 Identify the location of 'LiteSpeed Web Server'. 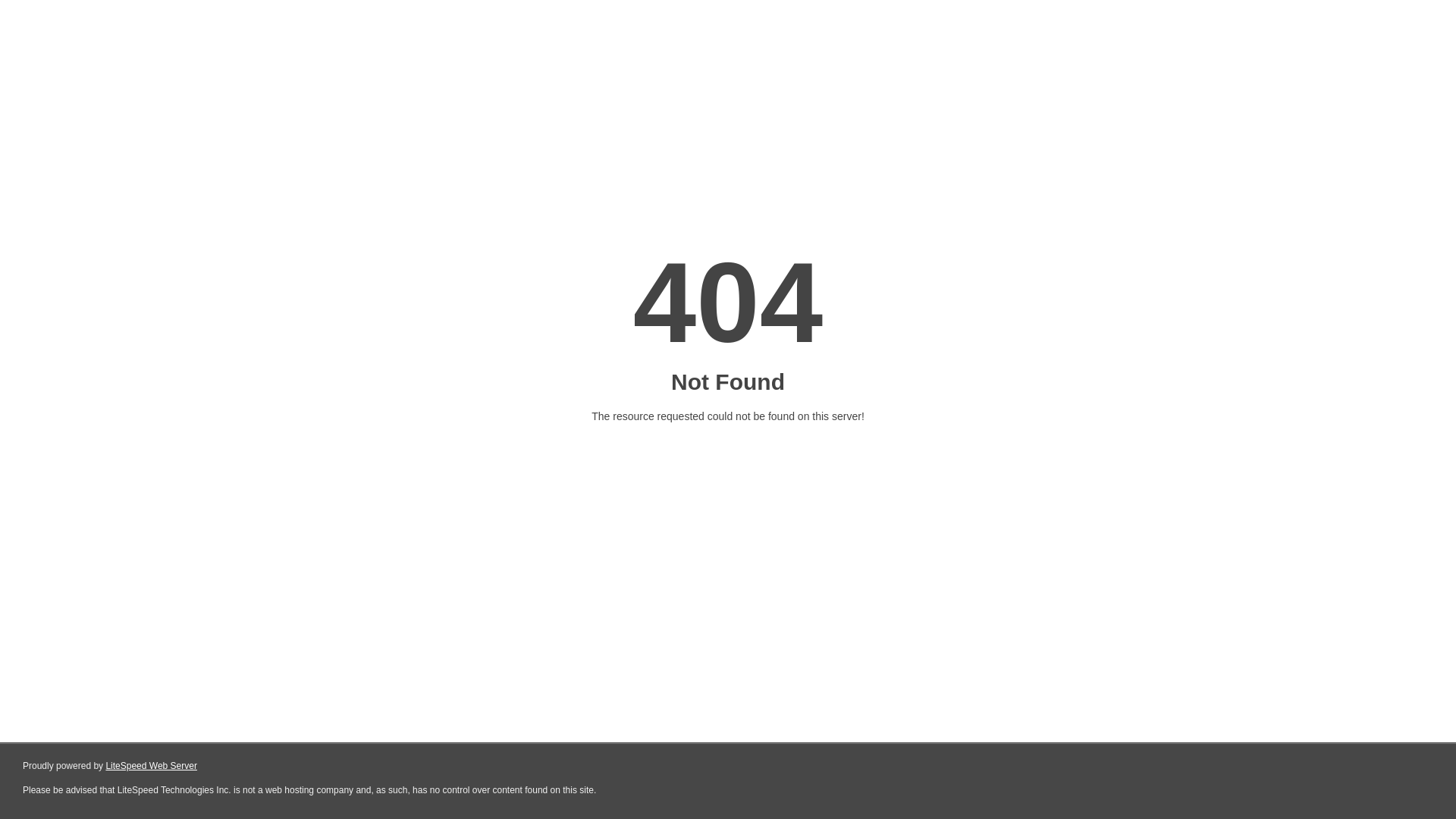
(151, 766).